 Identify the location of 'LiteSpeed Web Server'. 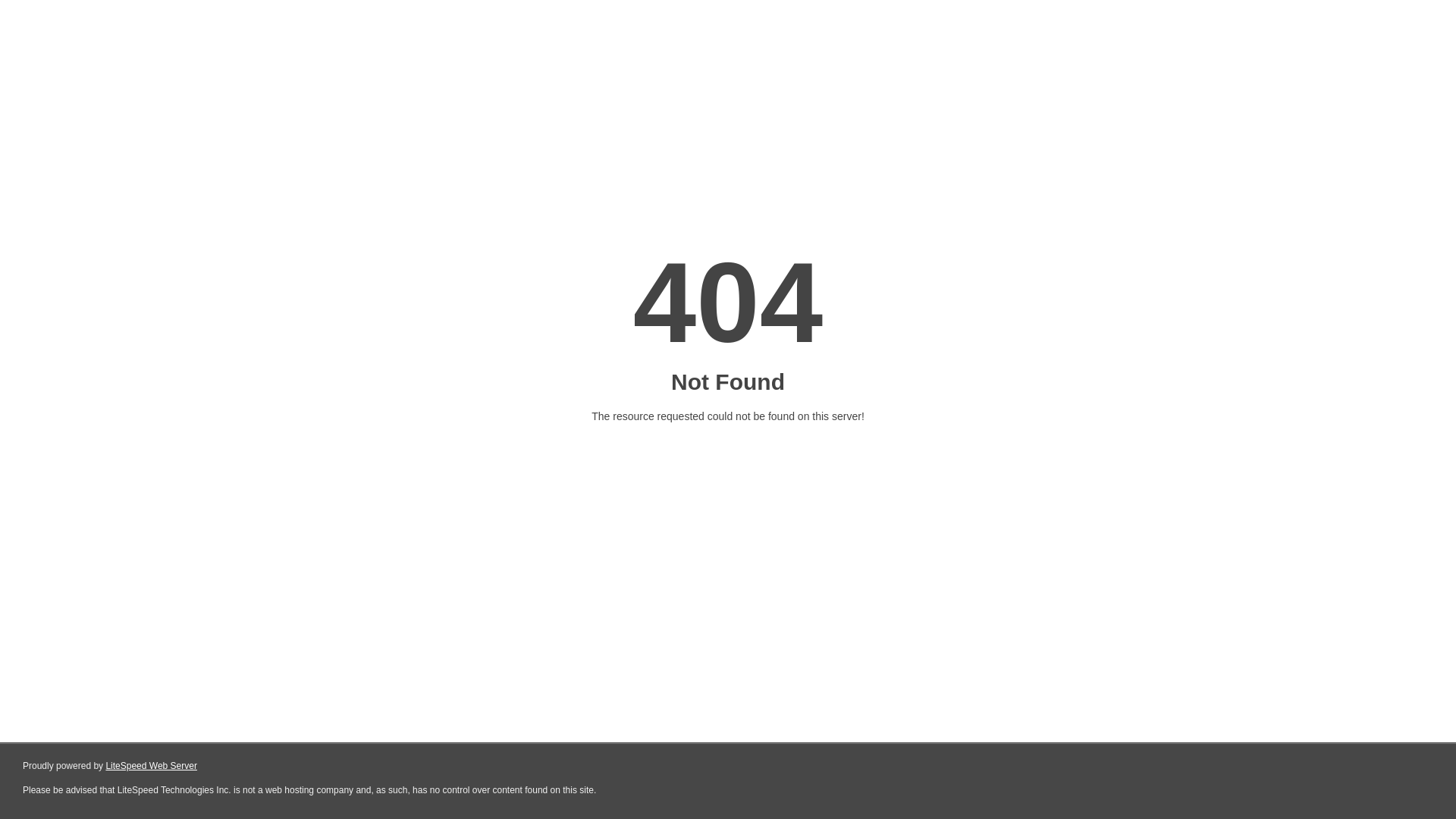
(151, 766).